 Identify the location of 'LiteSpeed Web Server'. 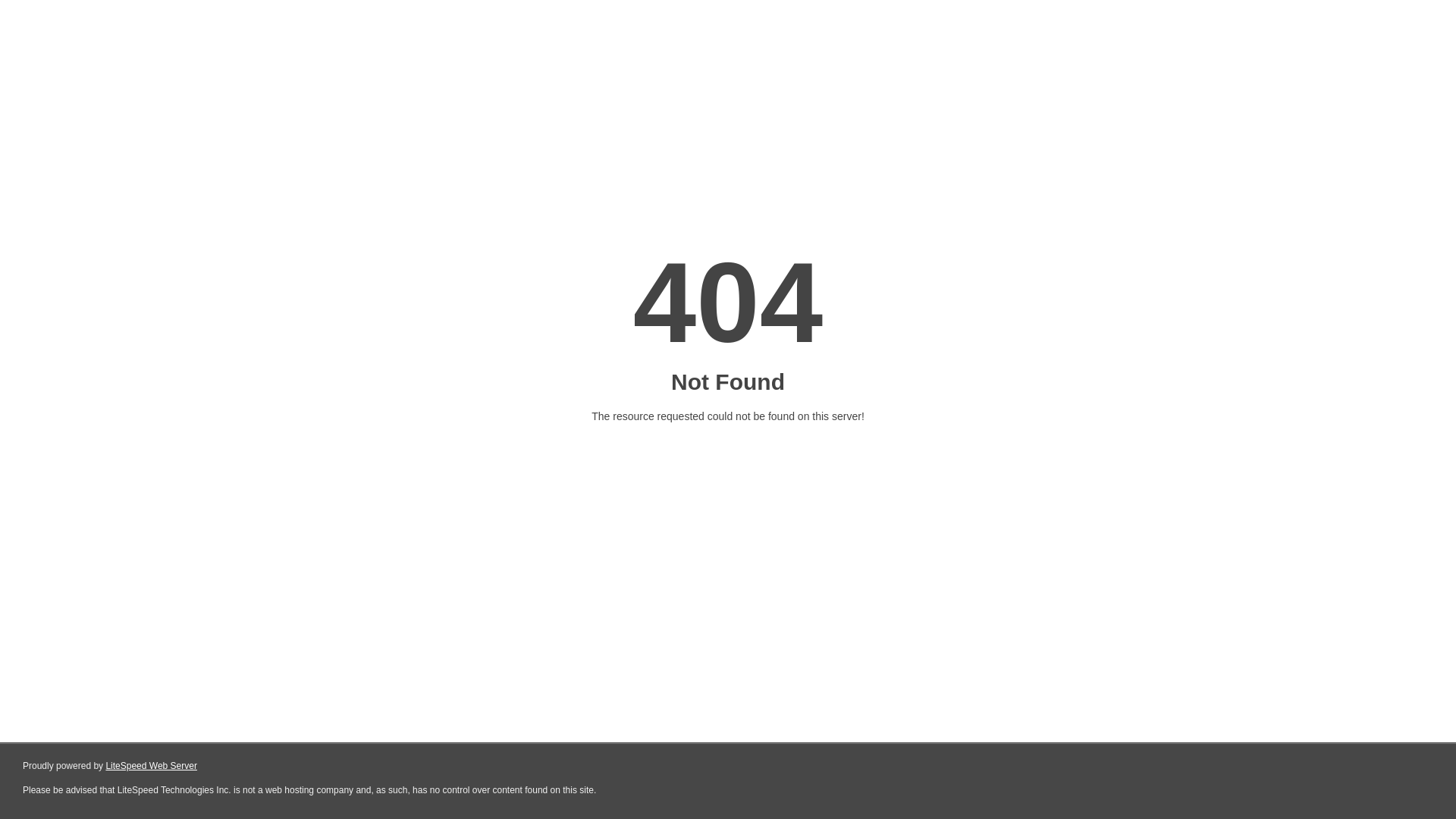
(151, 766).